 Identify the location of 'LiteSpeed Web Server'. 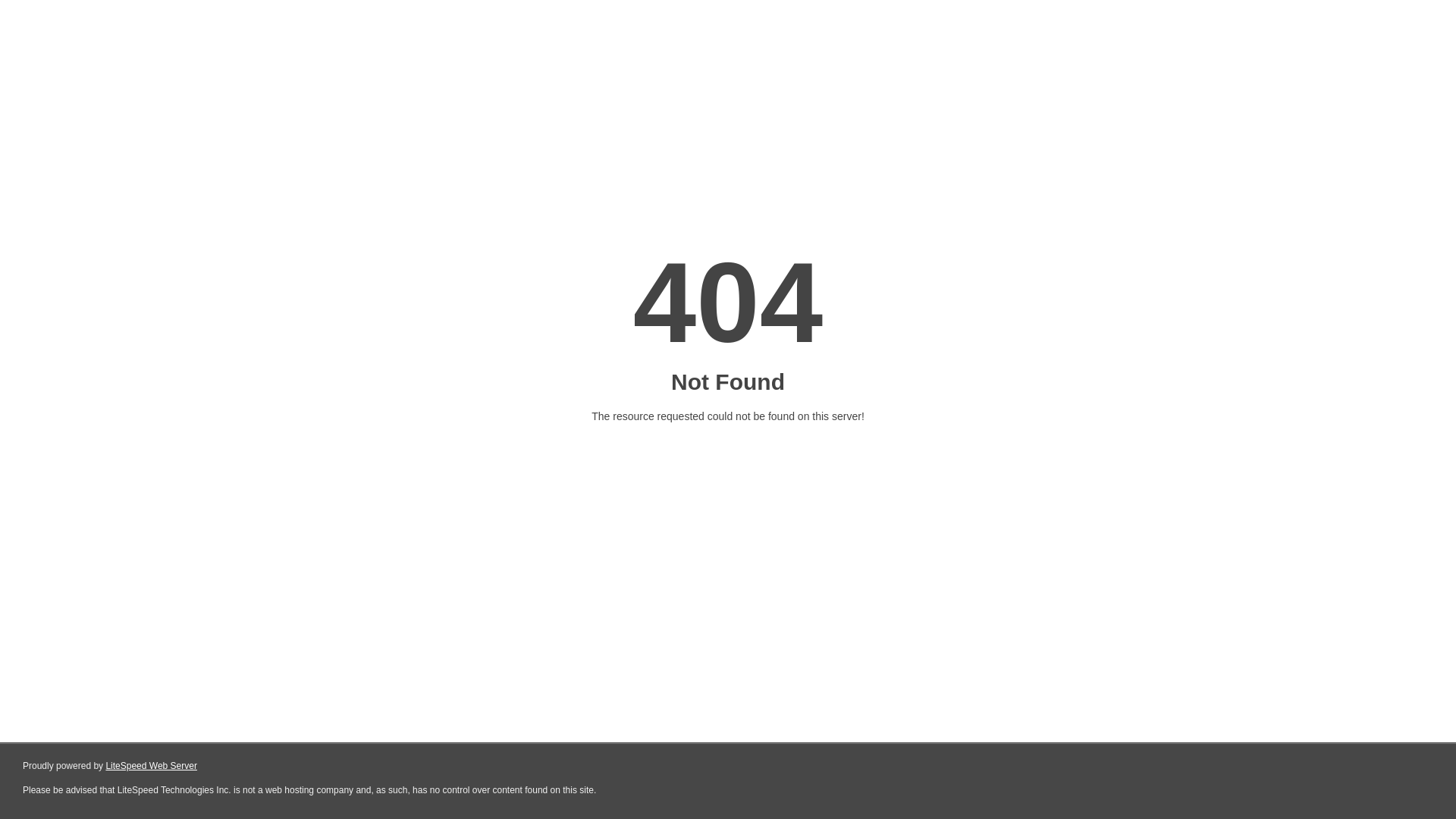
(151, 766).